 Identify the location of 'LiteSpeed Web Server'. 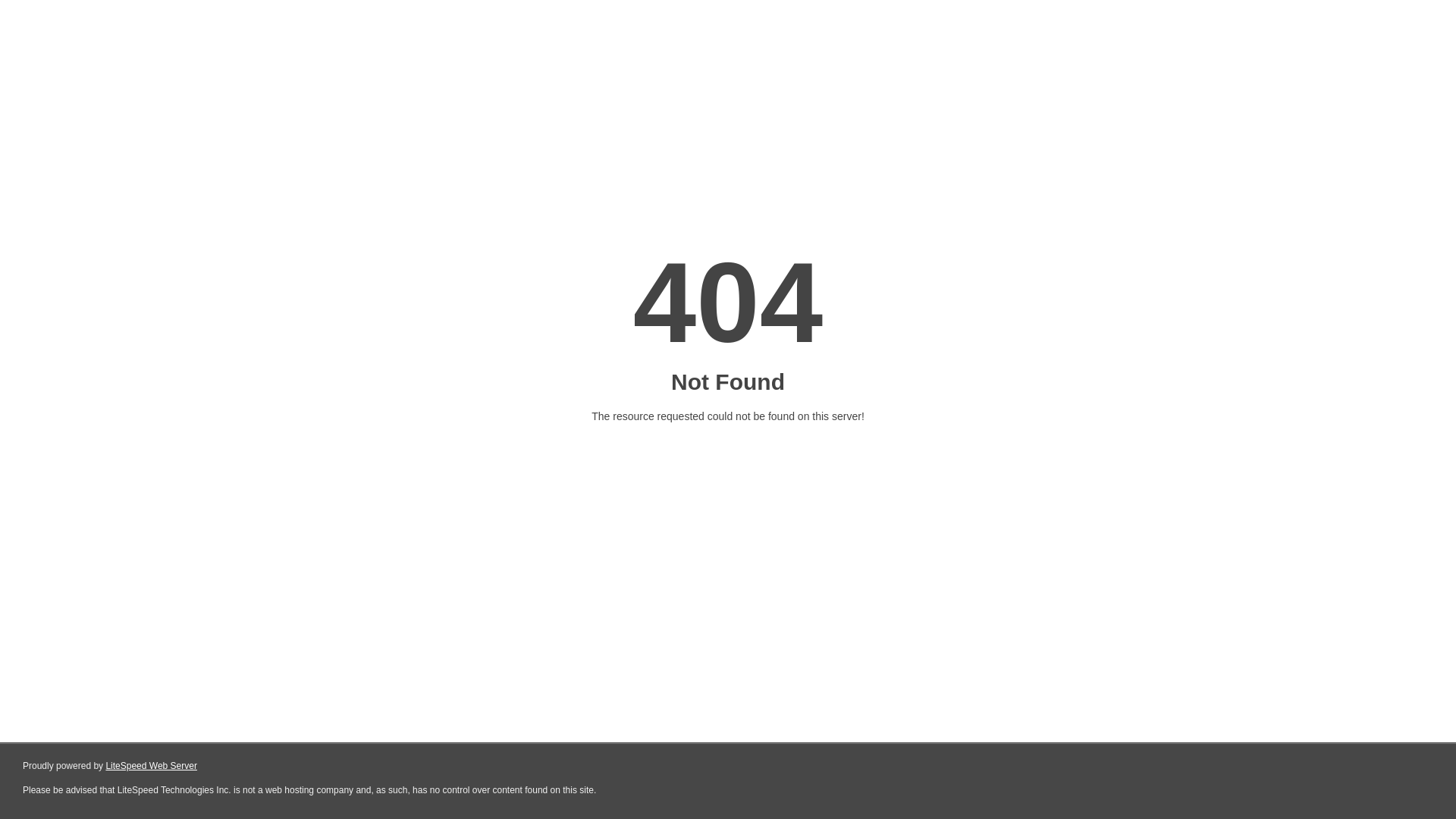
(151, 766).